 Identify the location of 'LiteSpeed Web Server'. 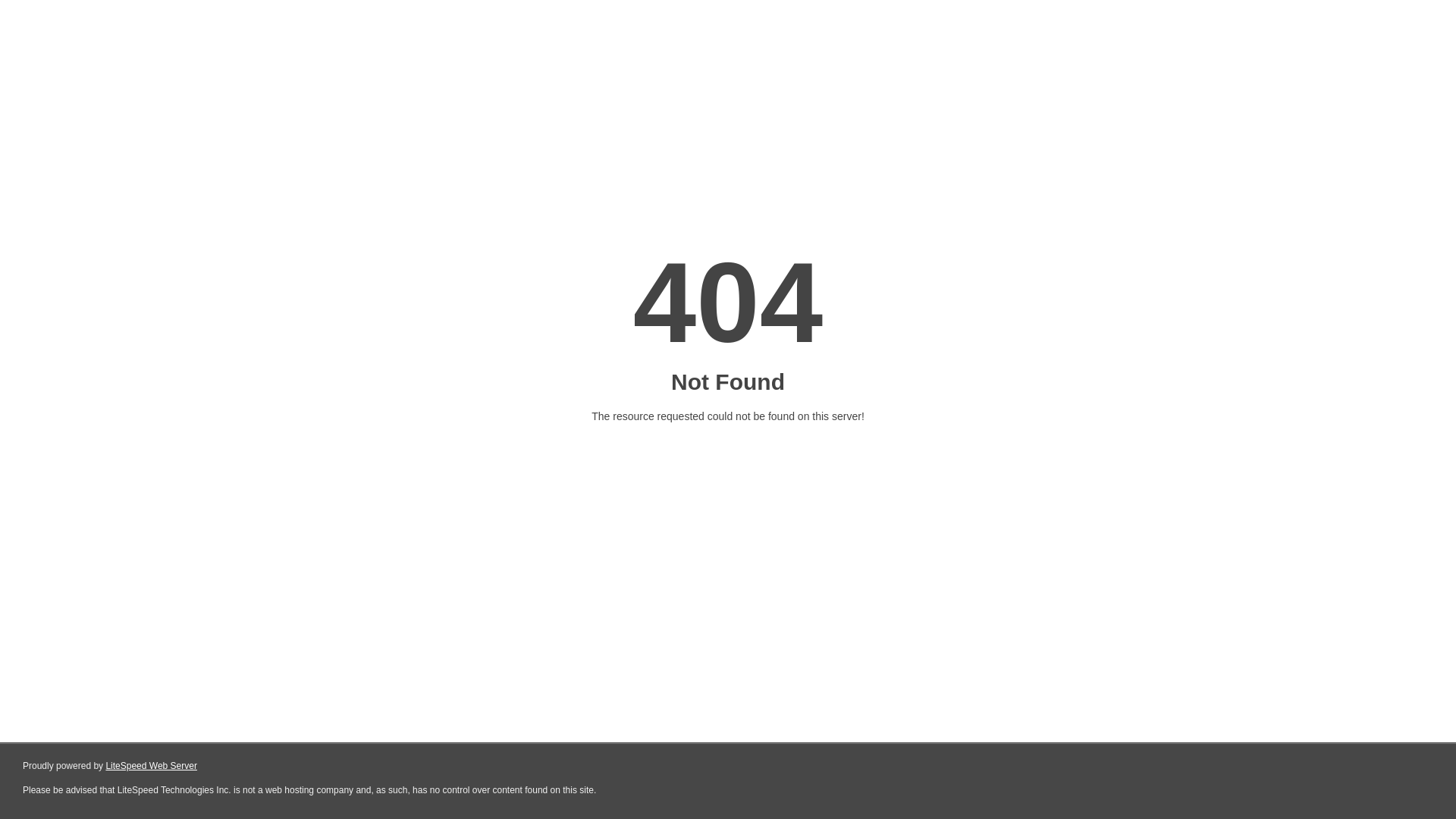
(151, 766).